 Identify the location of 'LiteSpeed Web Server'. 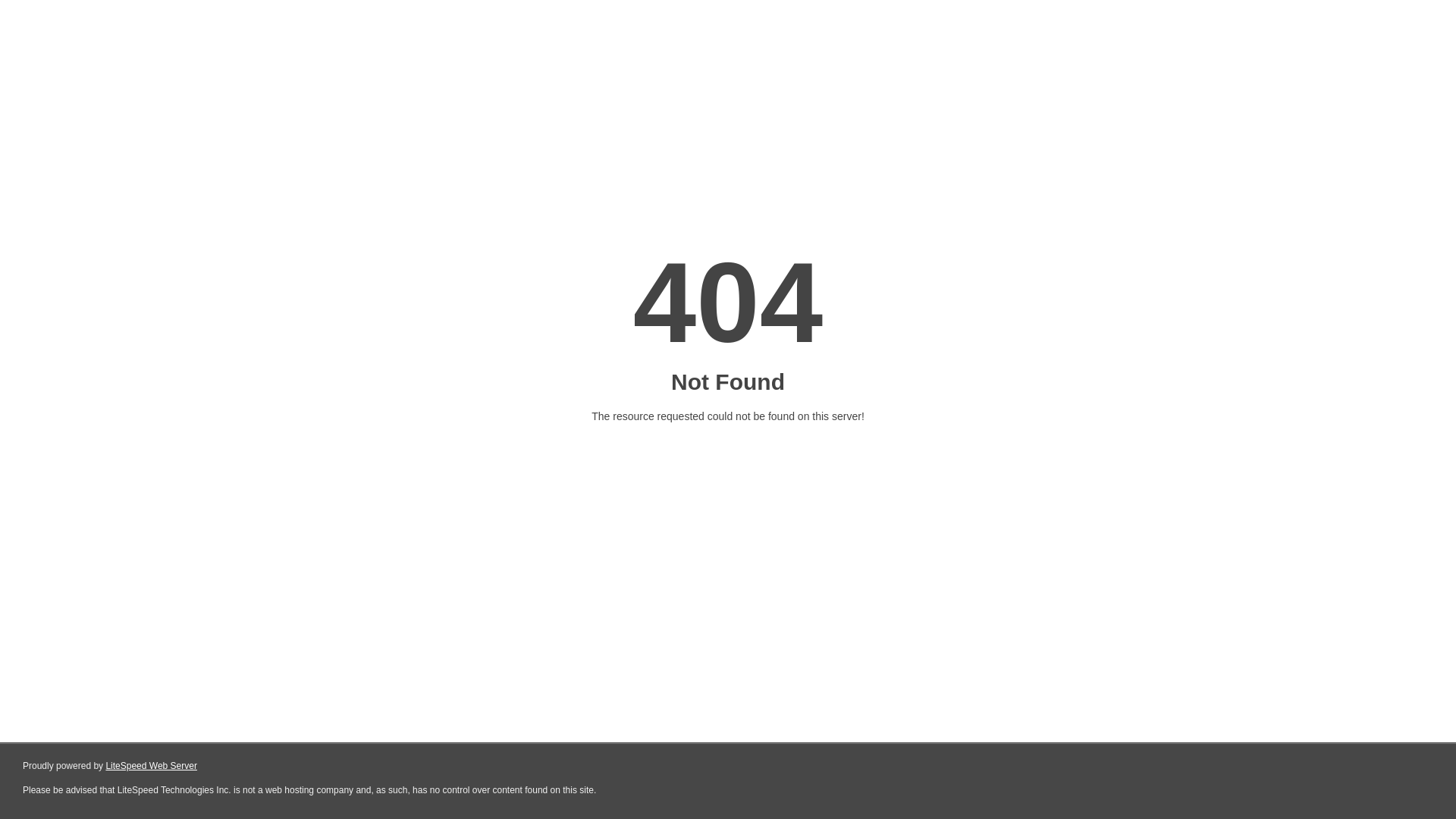
(151, 766).